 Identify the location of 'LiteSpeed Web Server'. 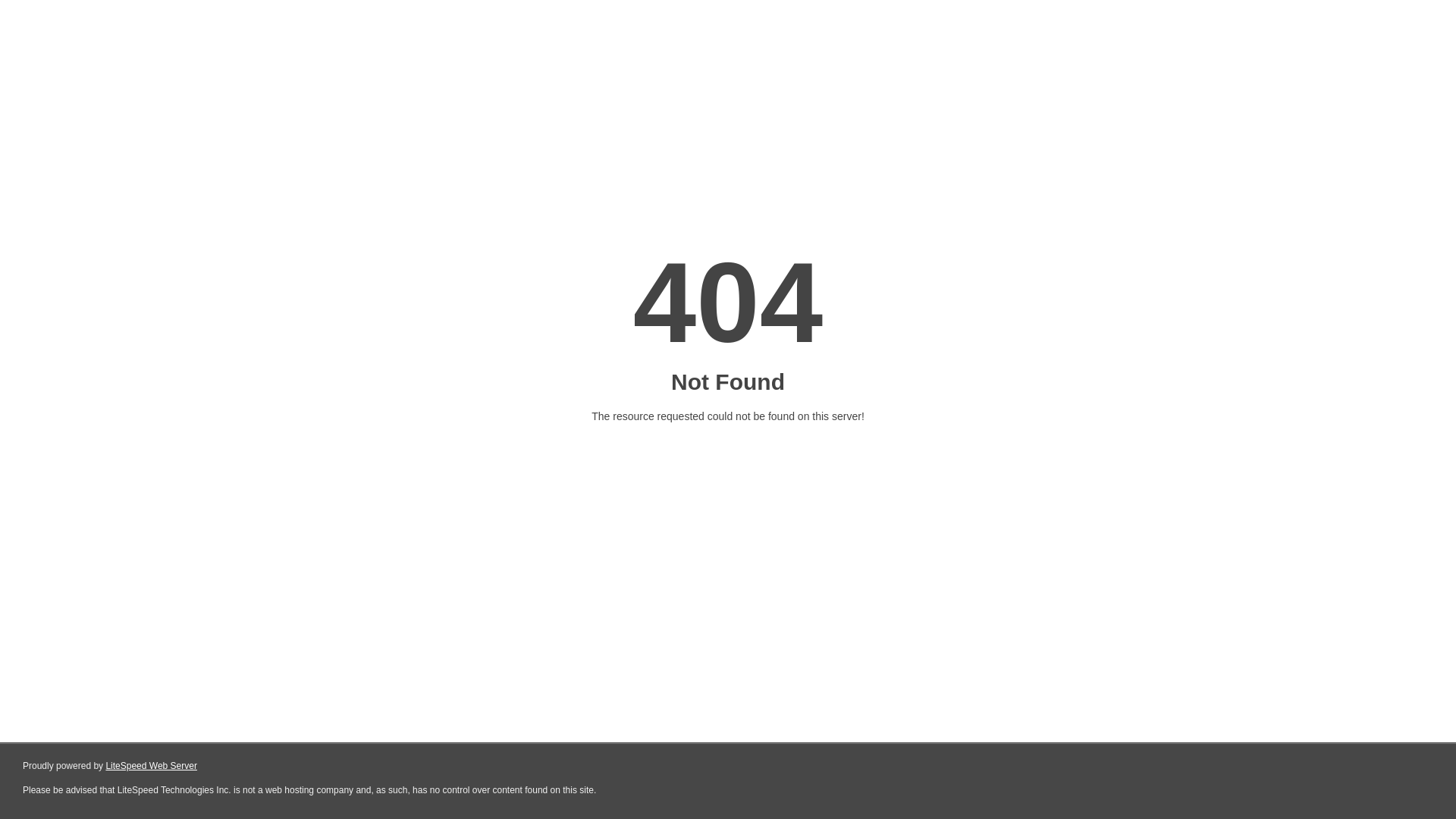
(151, 766).